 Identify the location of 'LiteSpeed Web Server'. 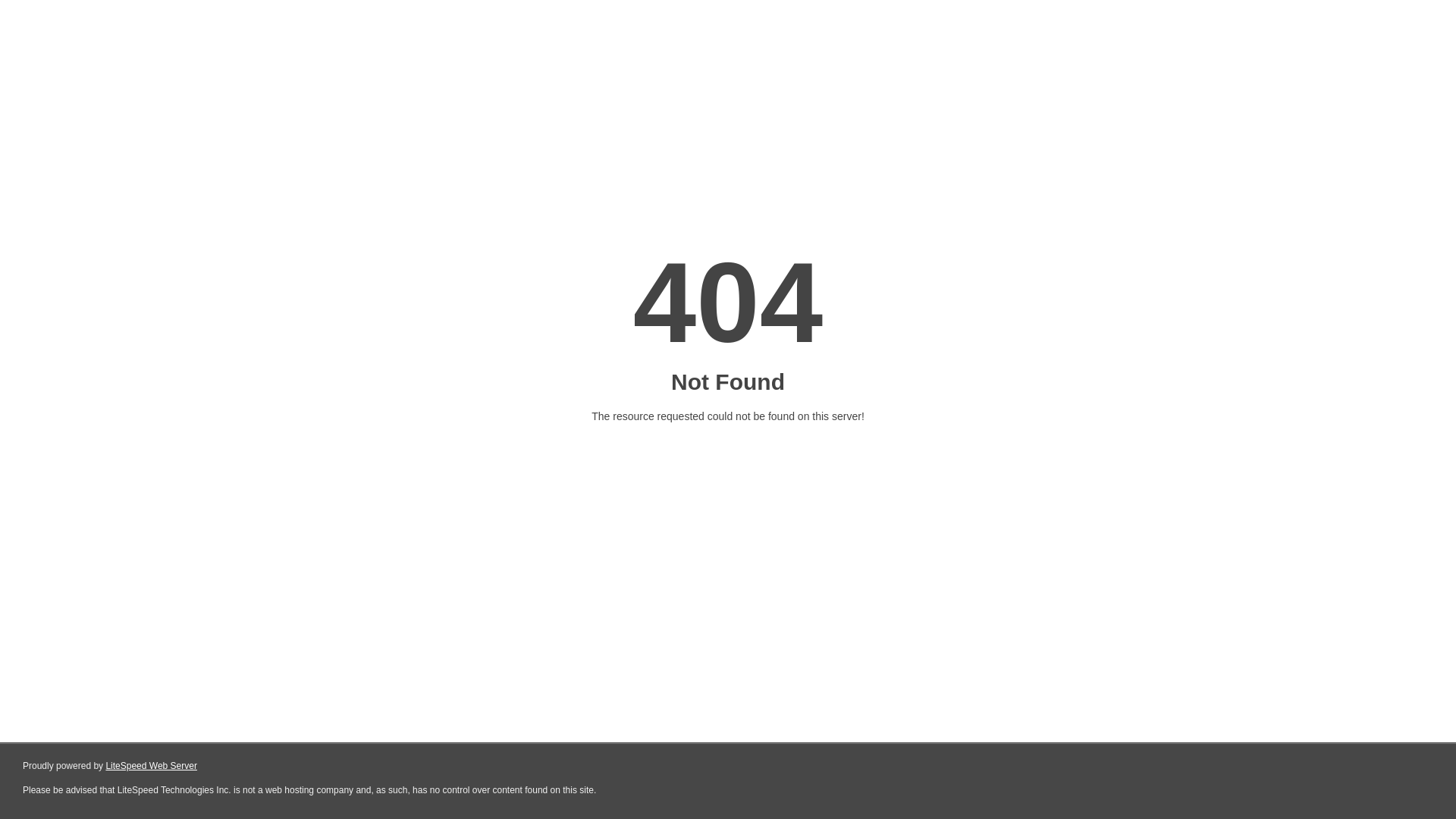
(151, 766).